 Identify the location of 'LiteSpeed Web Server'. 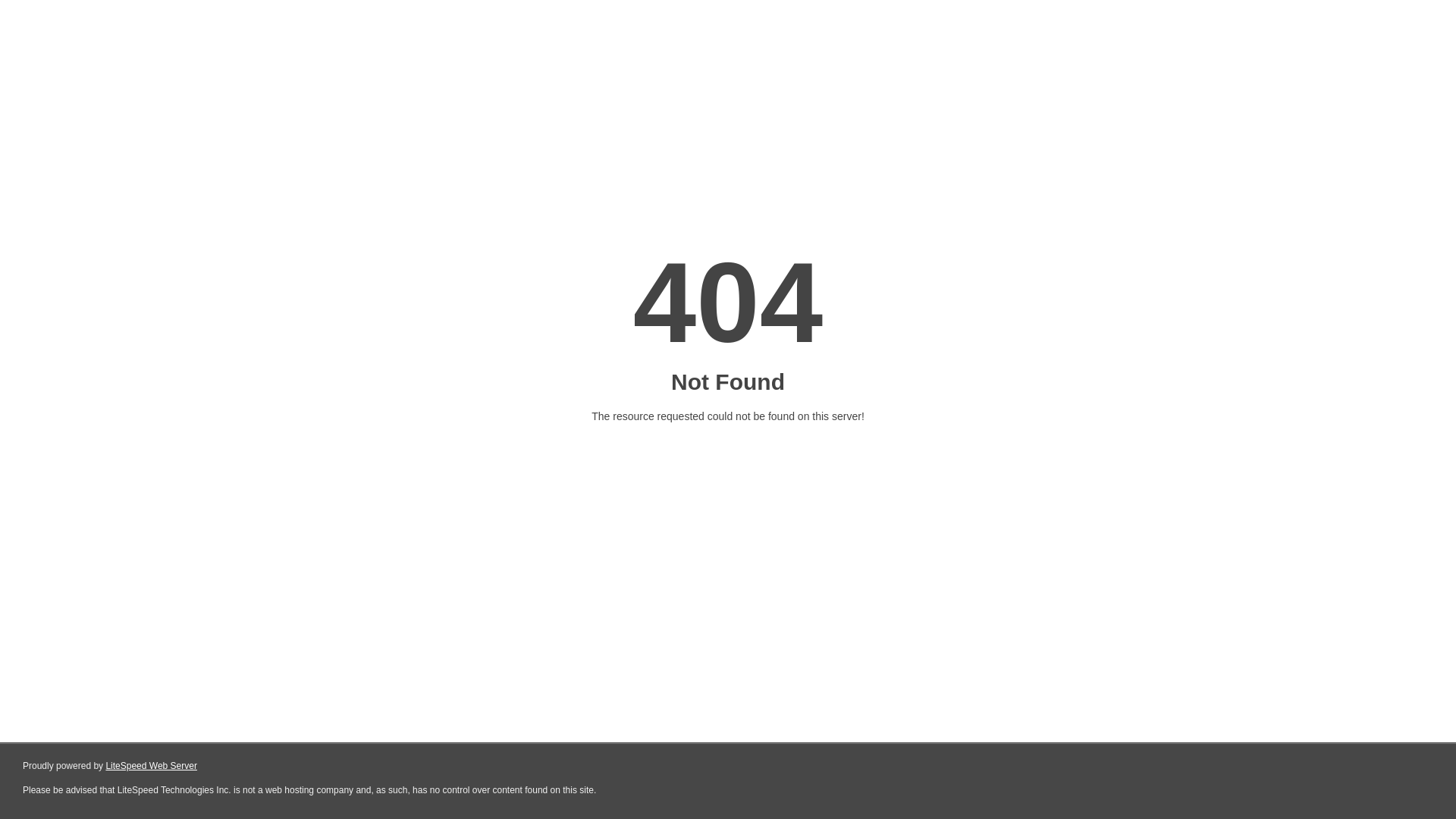
(151, 766).